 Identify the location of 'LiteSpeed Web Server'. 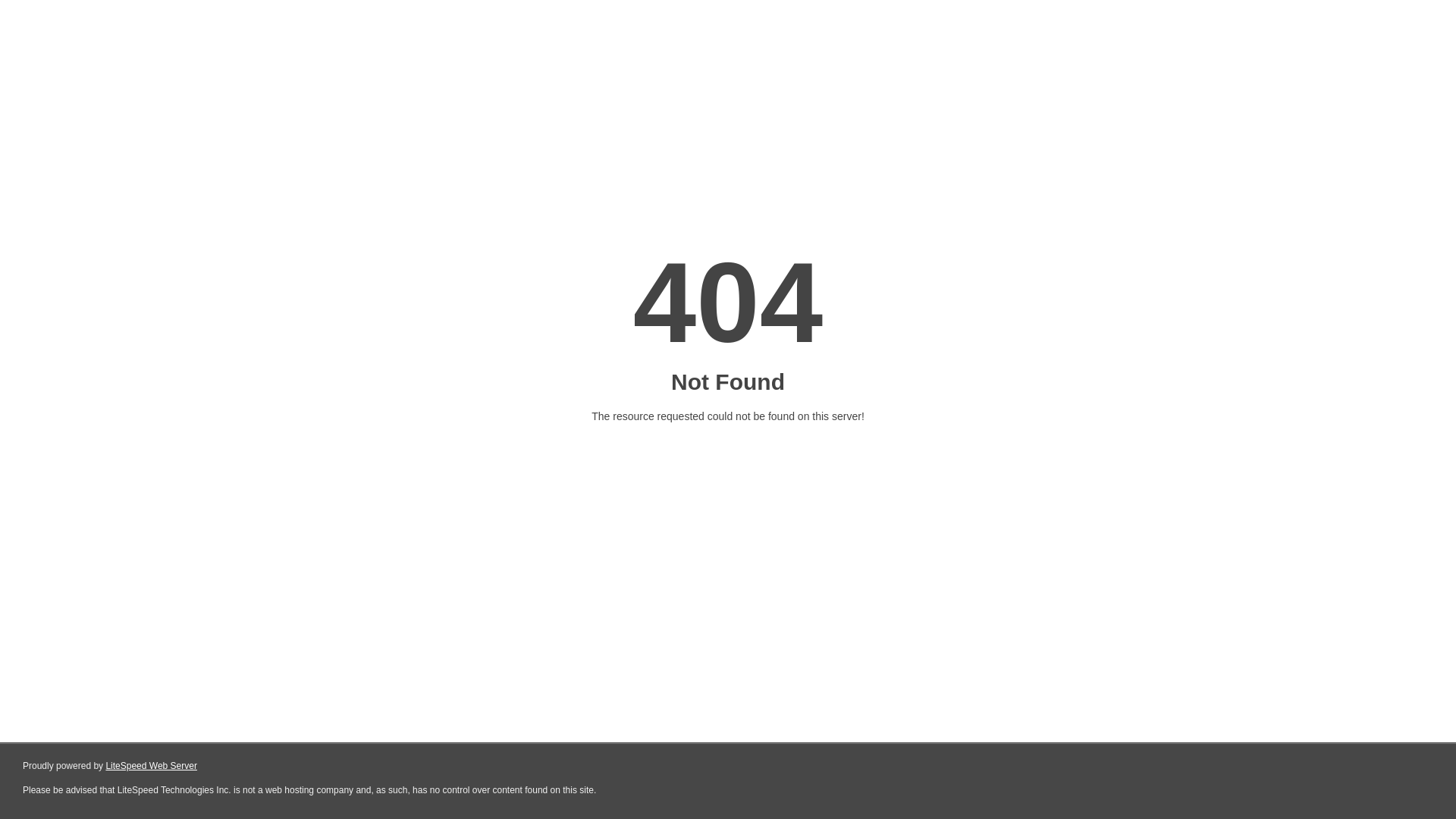
(151, 766).